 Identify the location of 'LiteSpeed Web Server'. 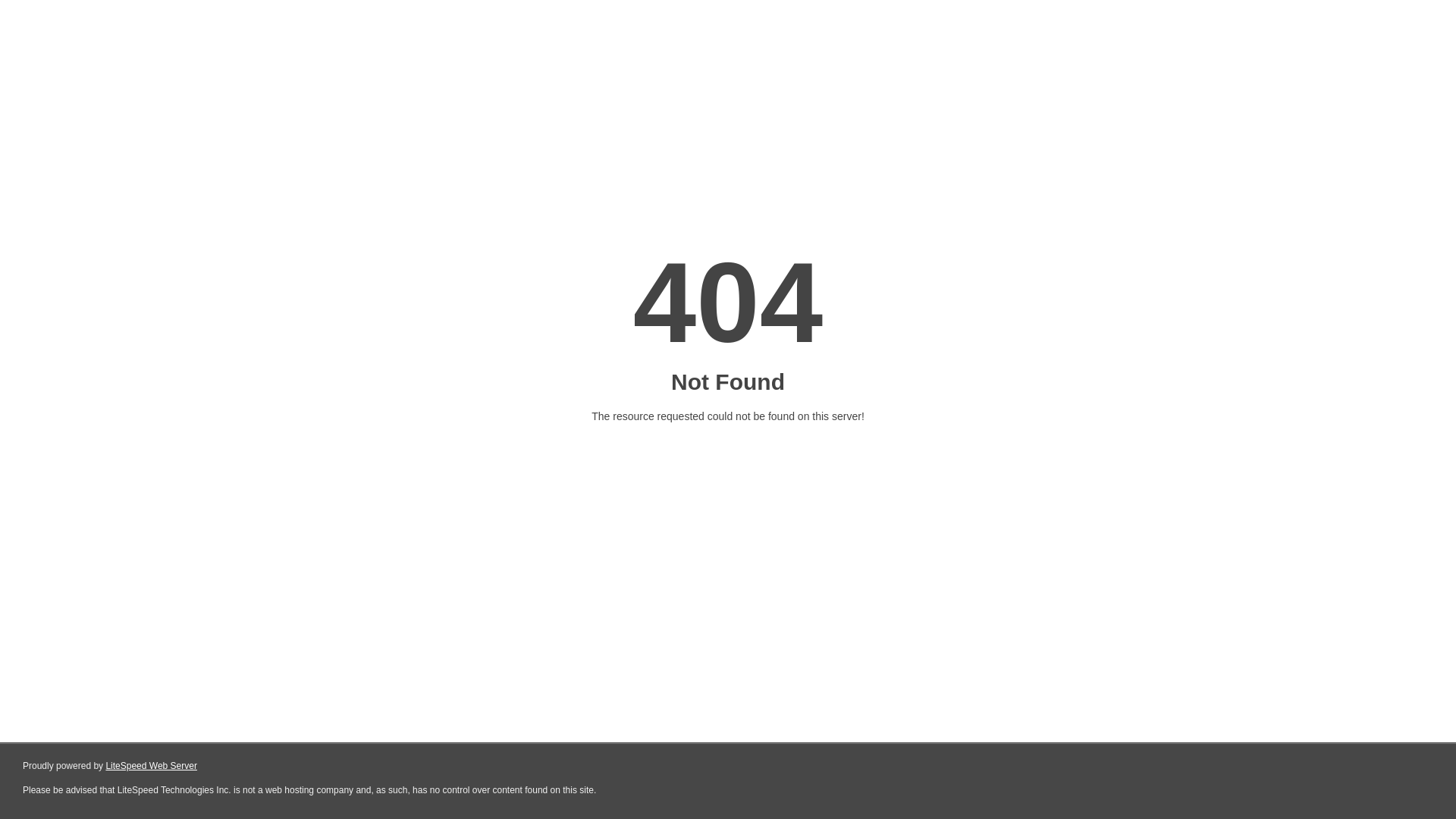
(151, 766).